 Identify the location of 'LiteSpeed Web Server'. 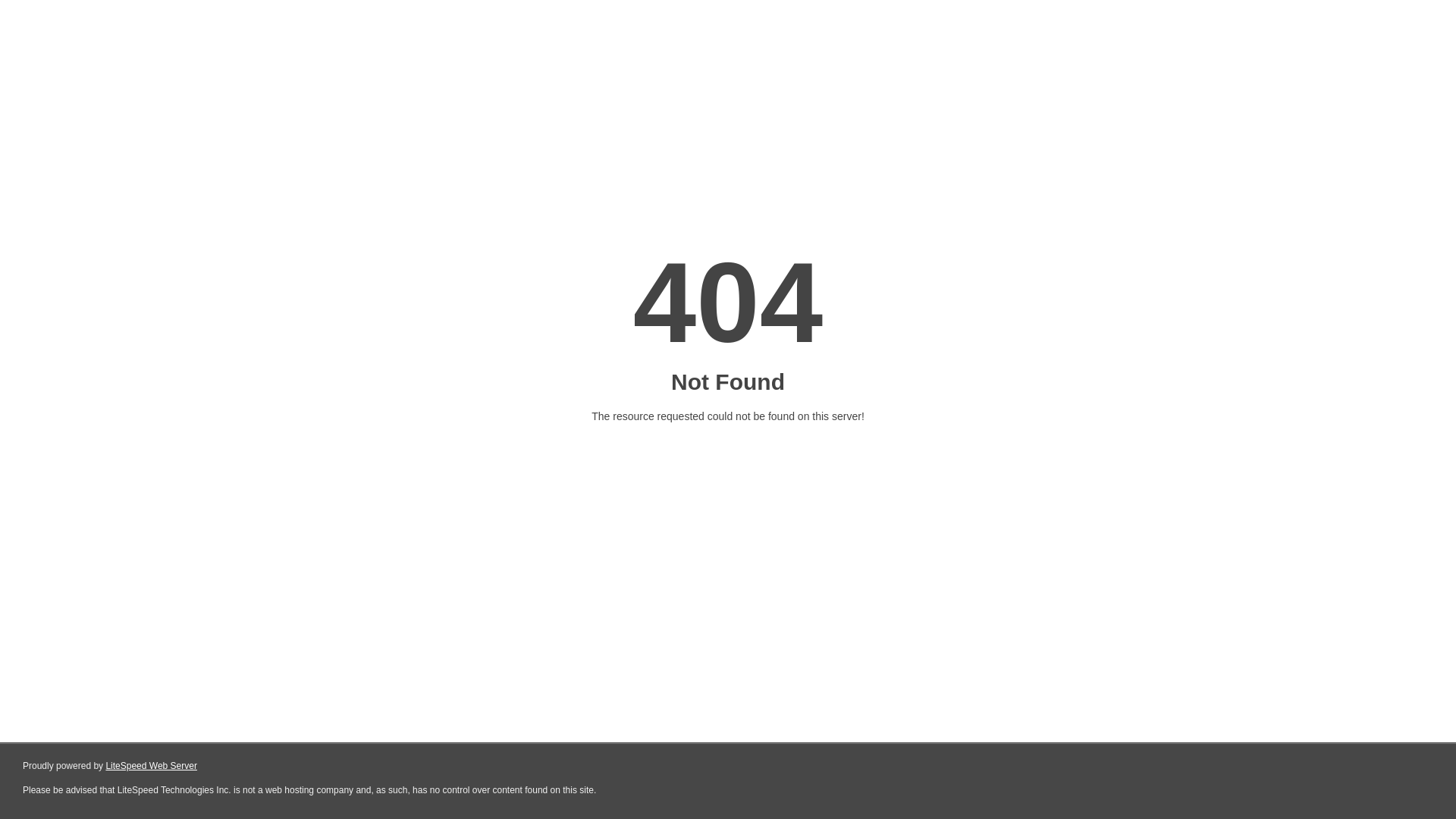
(151, 766).